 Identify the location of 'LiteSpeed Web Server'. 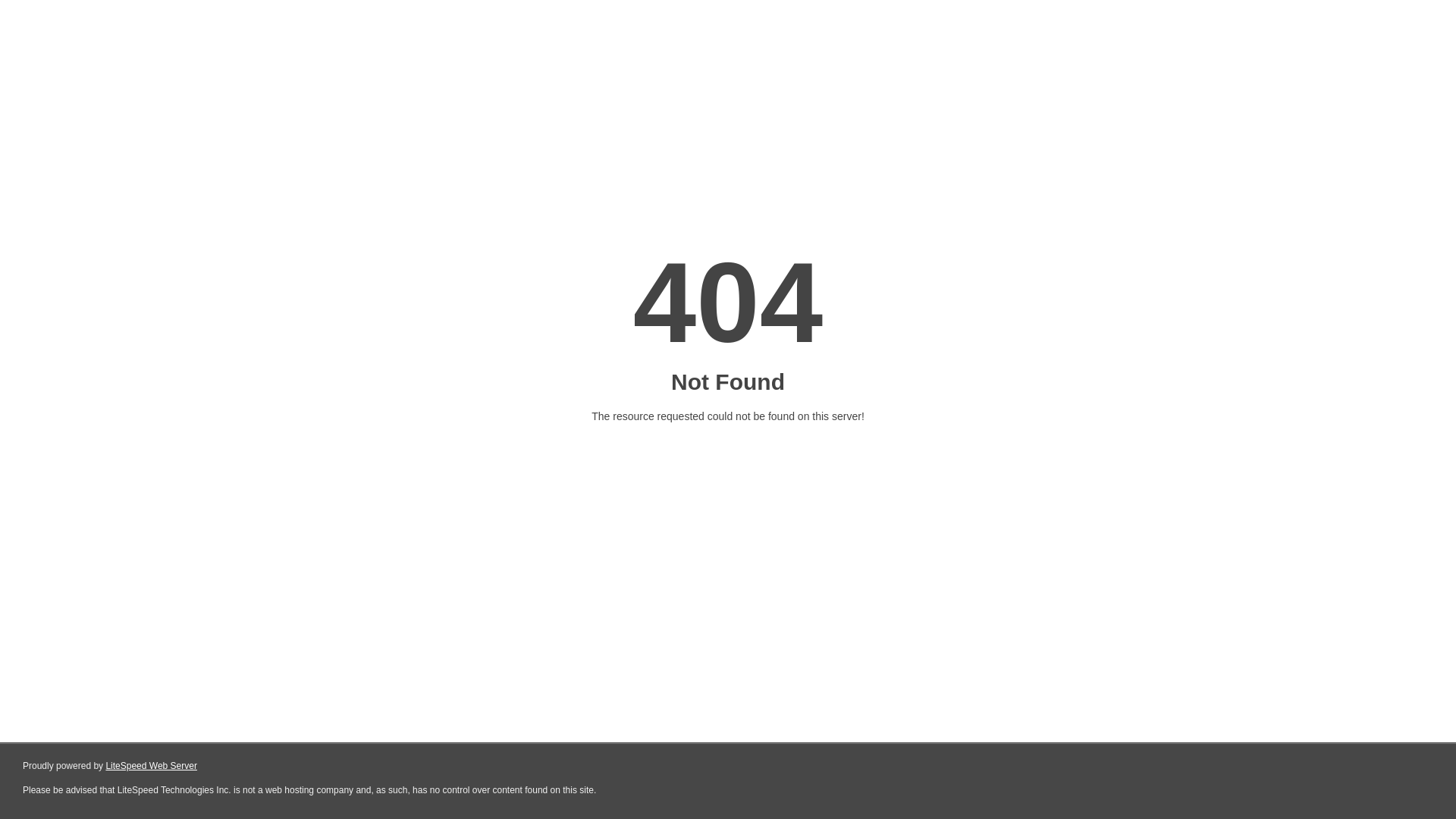
(151, 766).